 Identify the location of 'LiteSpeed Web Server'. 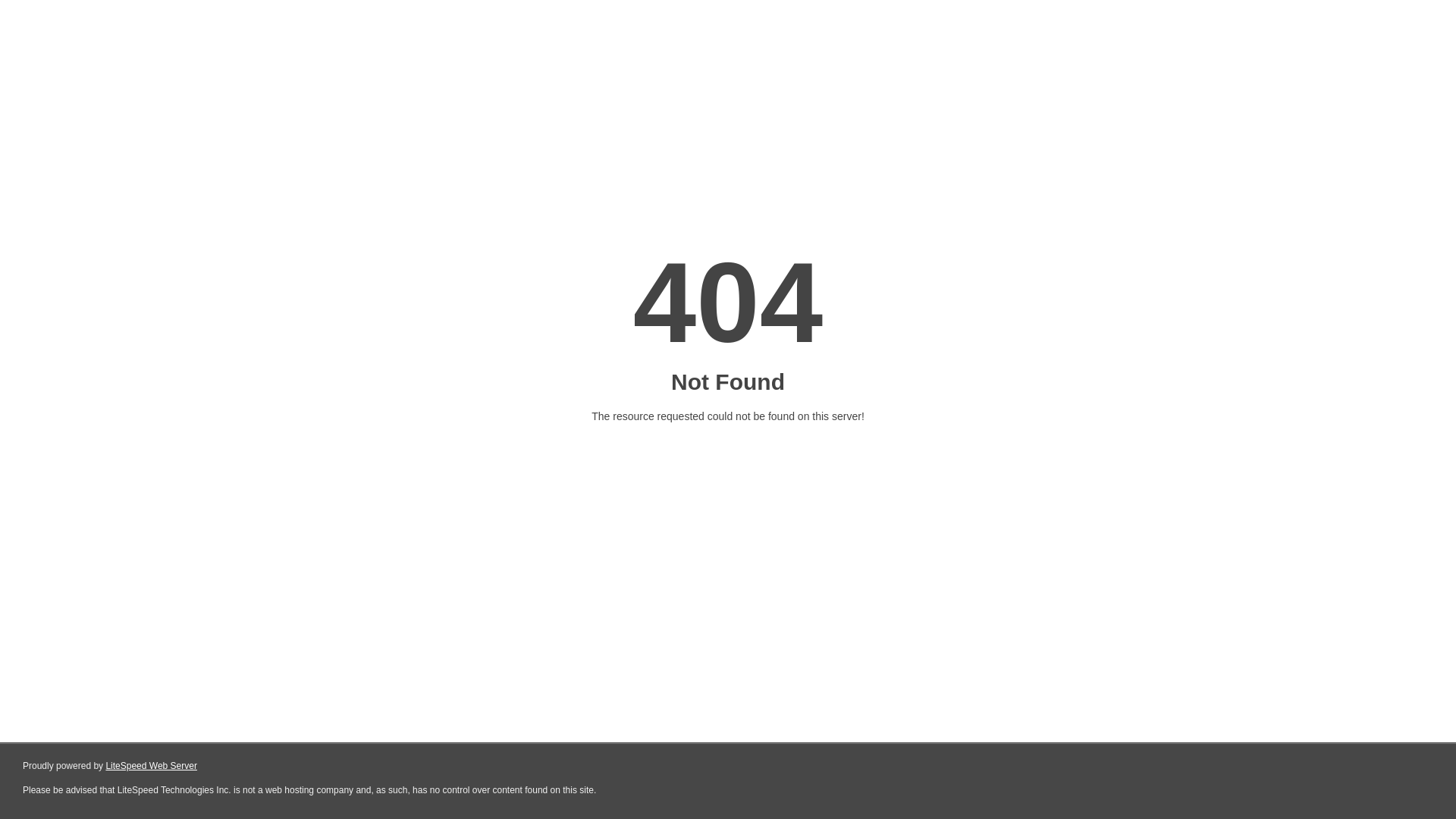
(151, 766).